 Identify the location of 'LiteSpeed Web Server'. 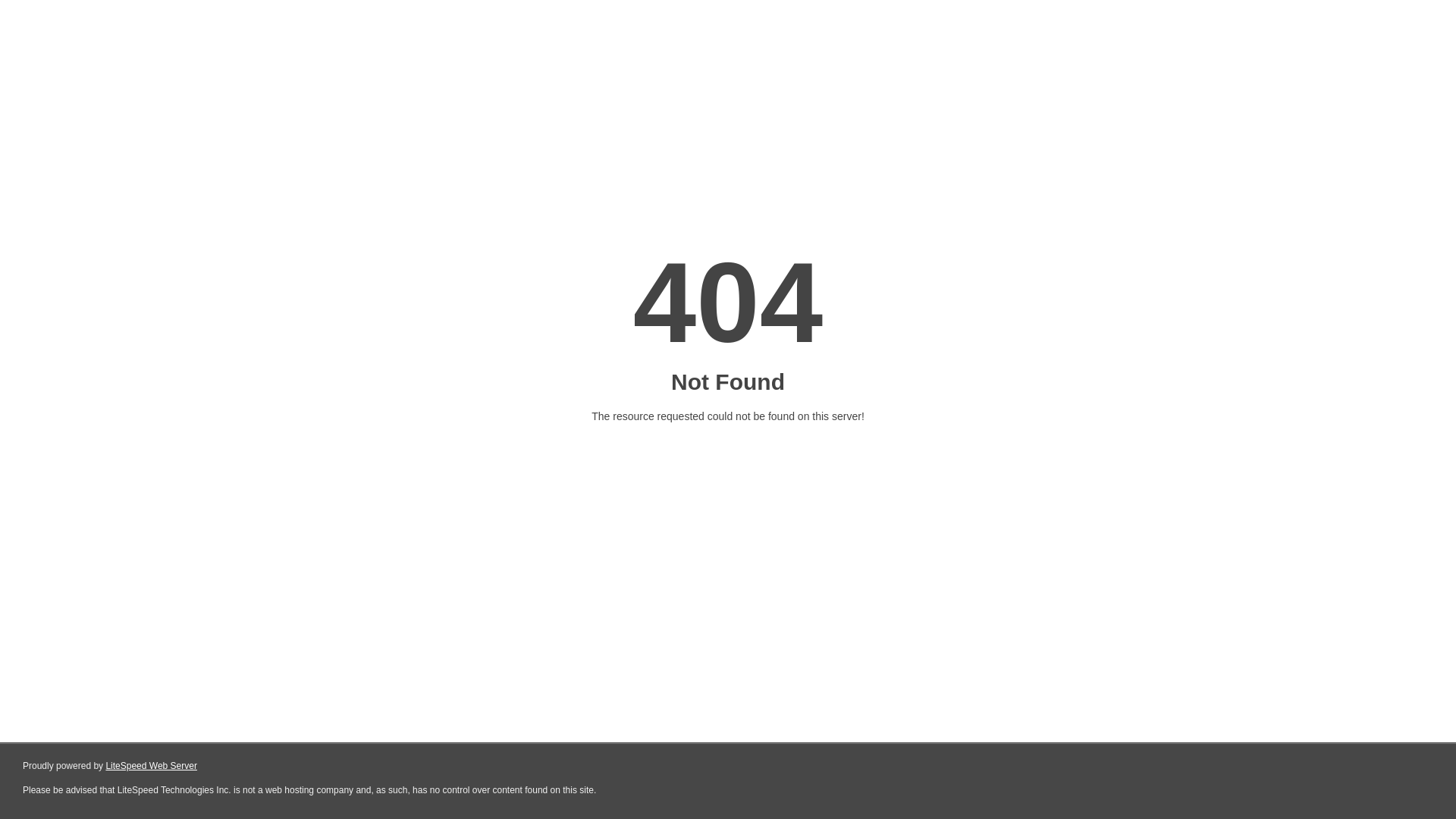
(151, 766).